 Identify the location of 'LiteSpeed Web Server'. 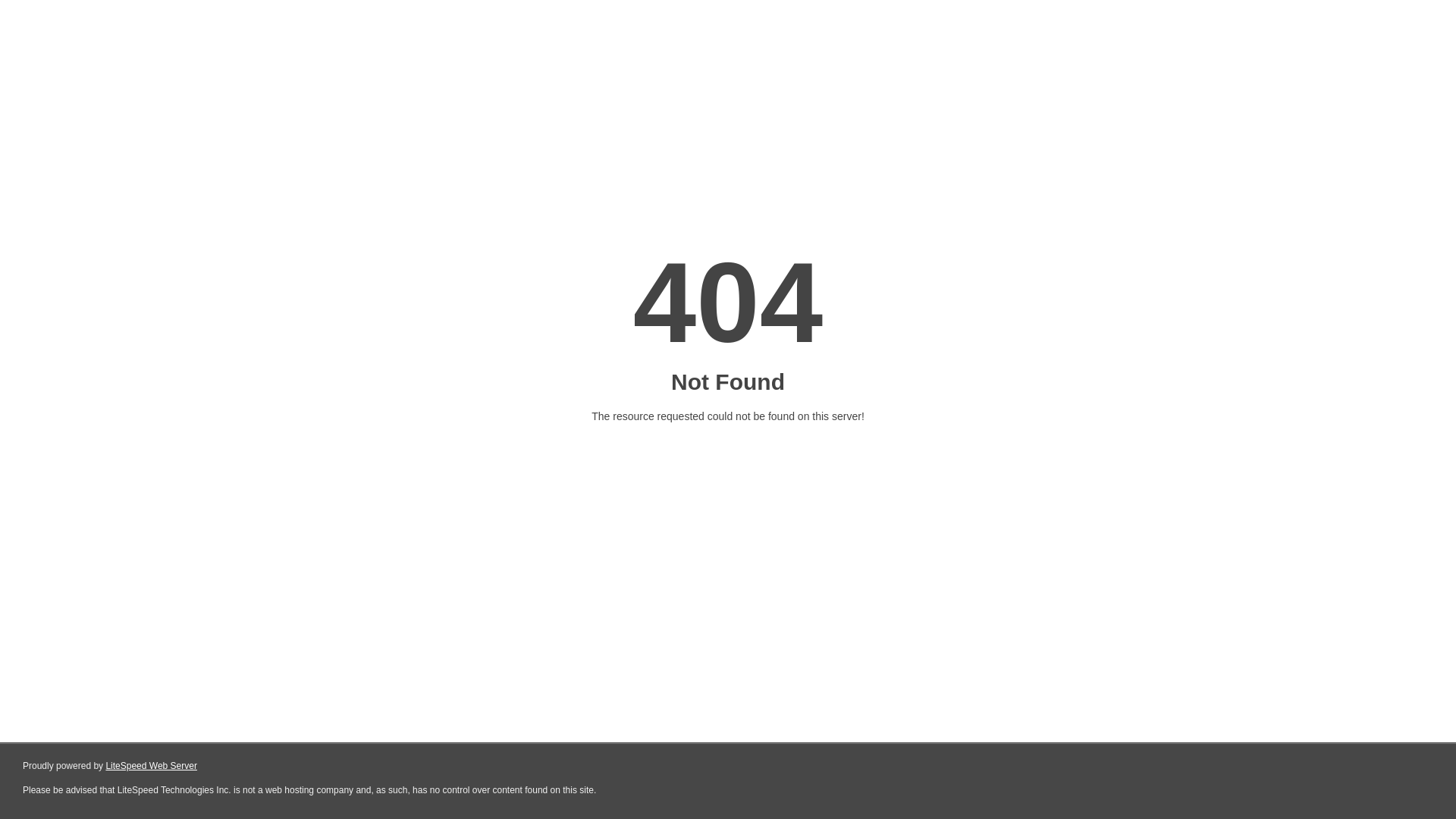
(151, 766).